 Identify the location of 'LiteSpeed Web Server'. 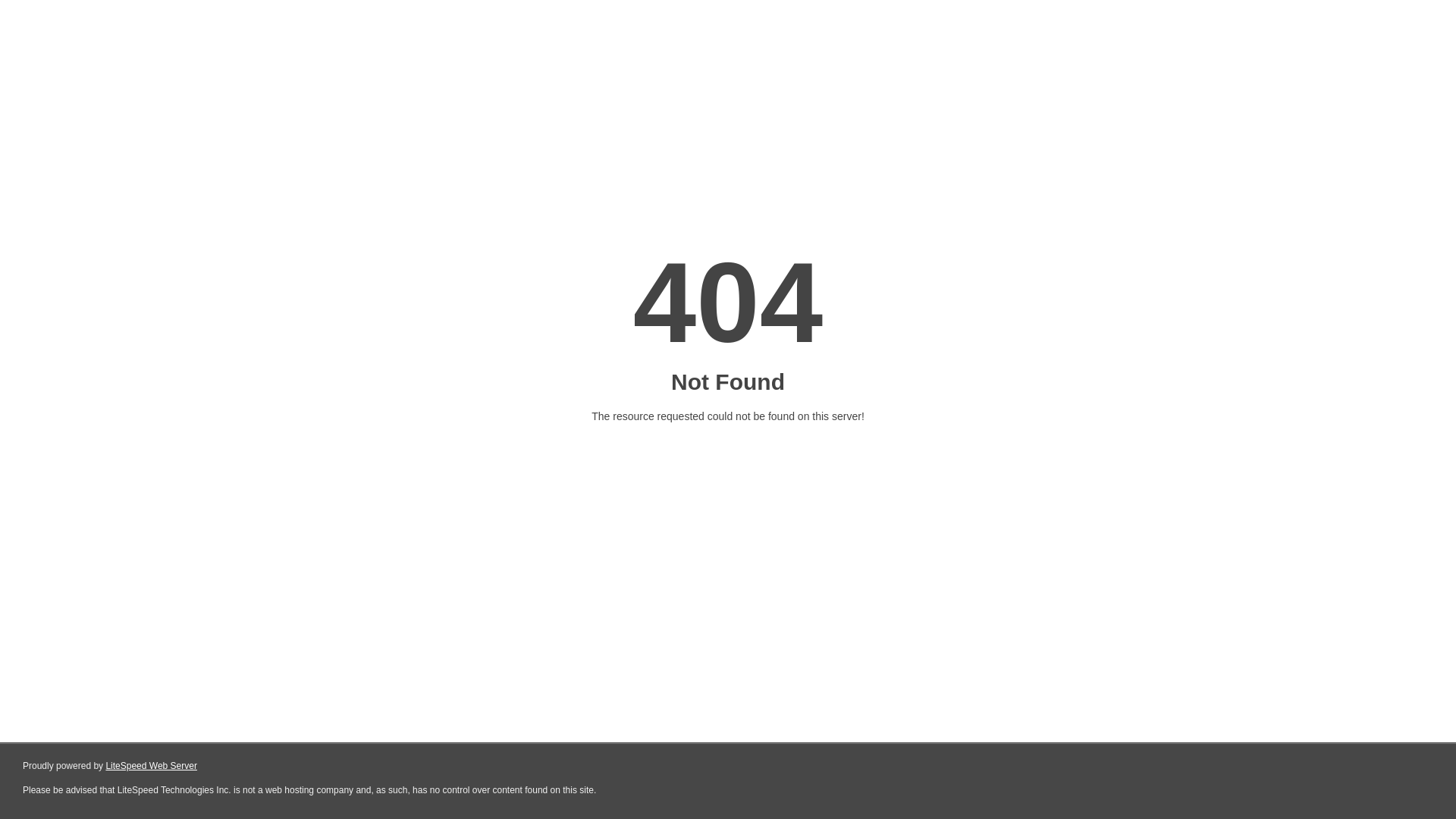
(151, 766).